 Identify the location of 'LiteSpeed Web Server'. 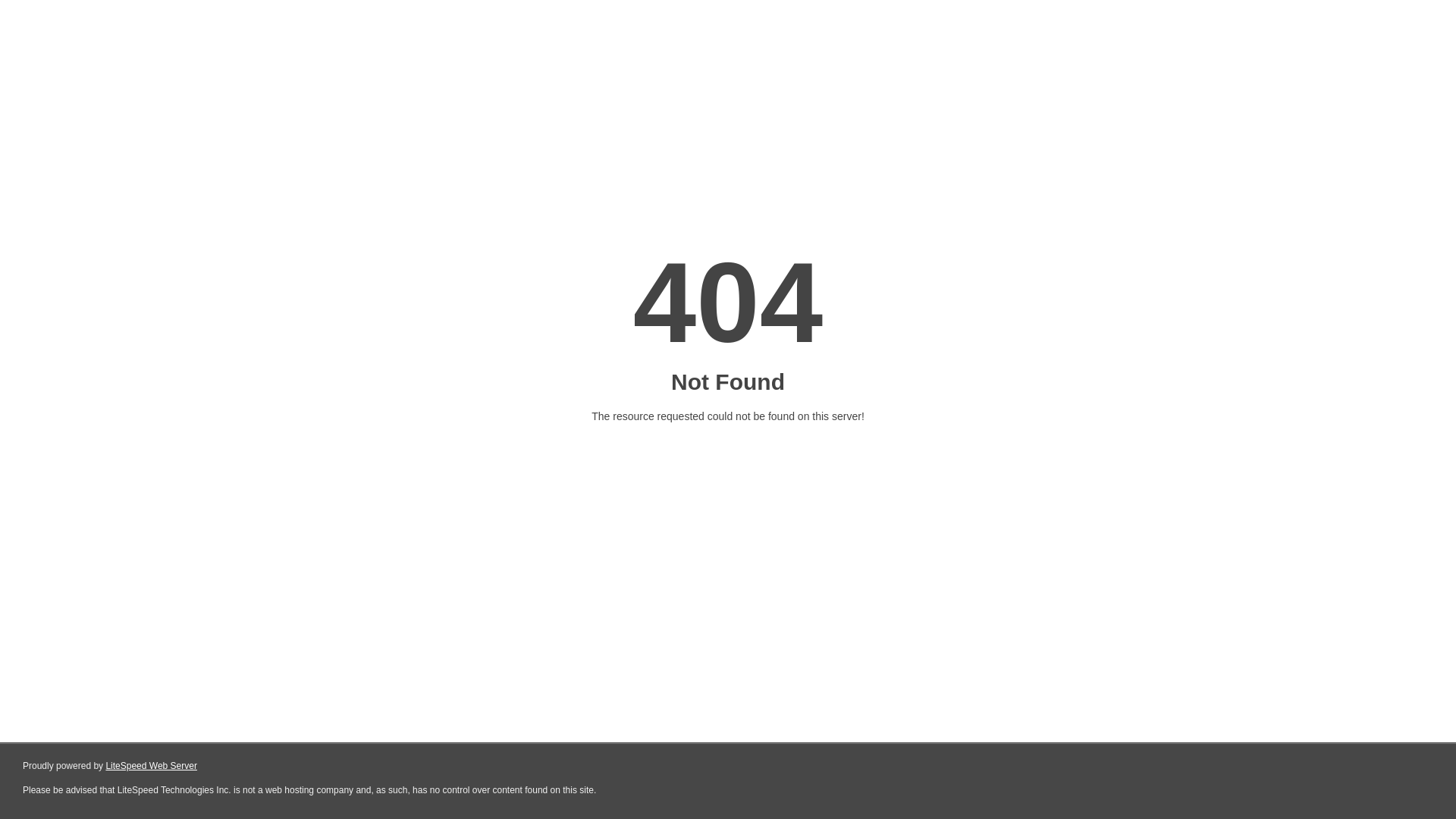
(151, 766).